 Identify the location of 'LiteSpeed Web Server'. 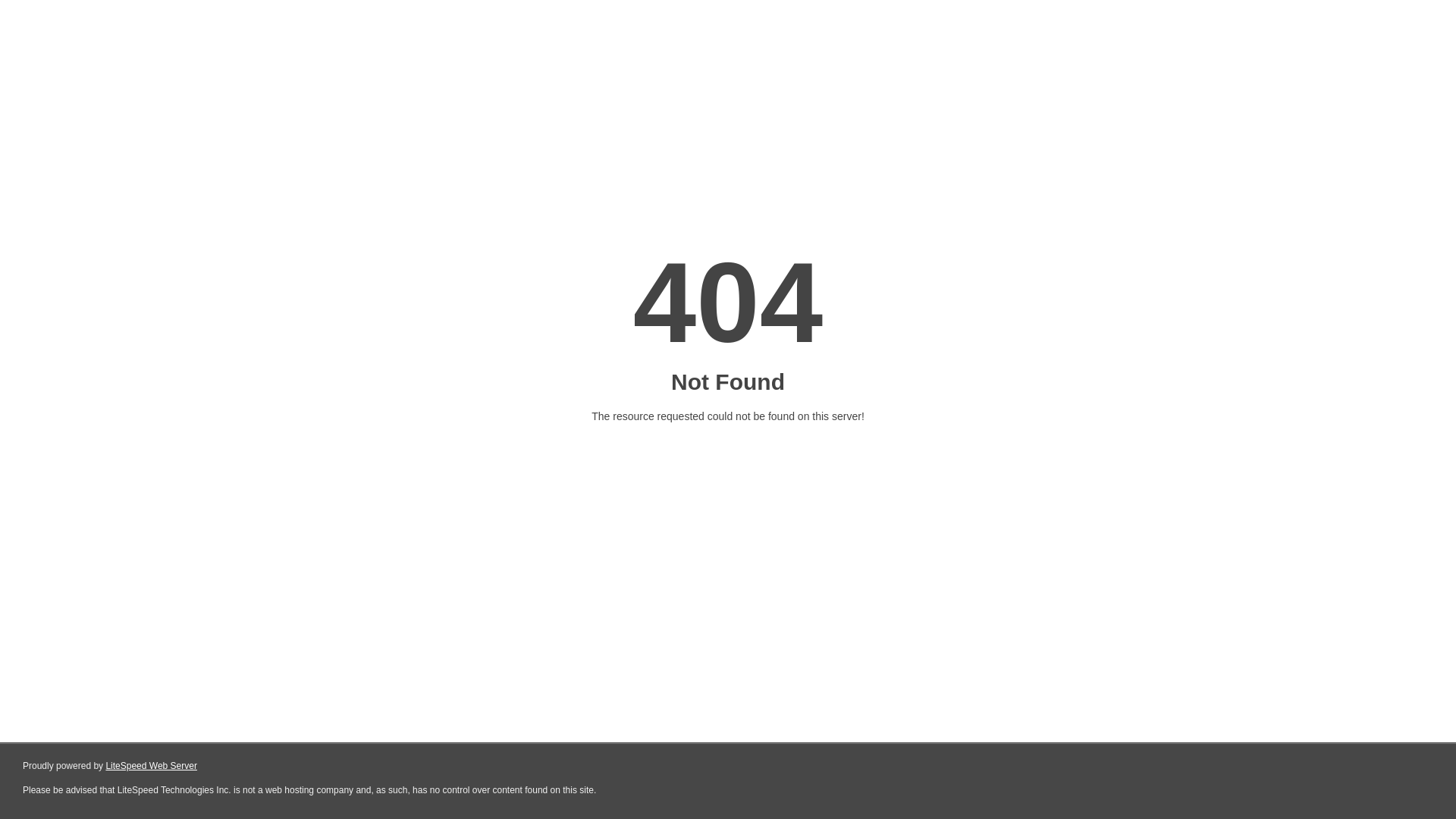
(151, 766).